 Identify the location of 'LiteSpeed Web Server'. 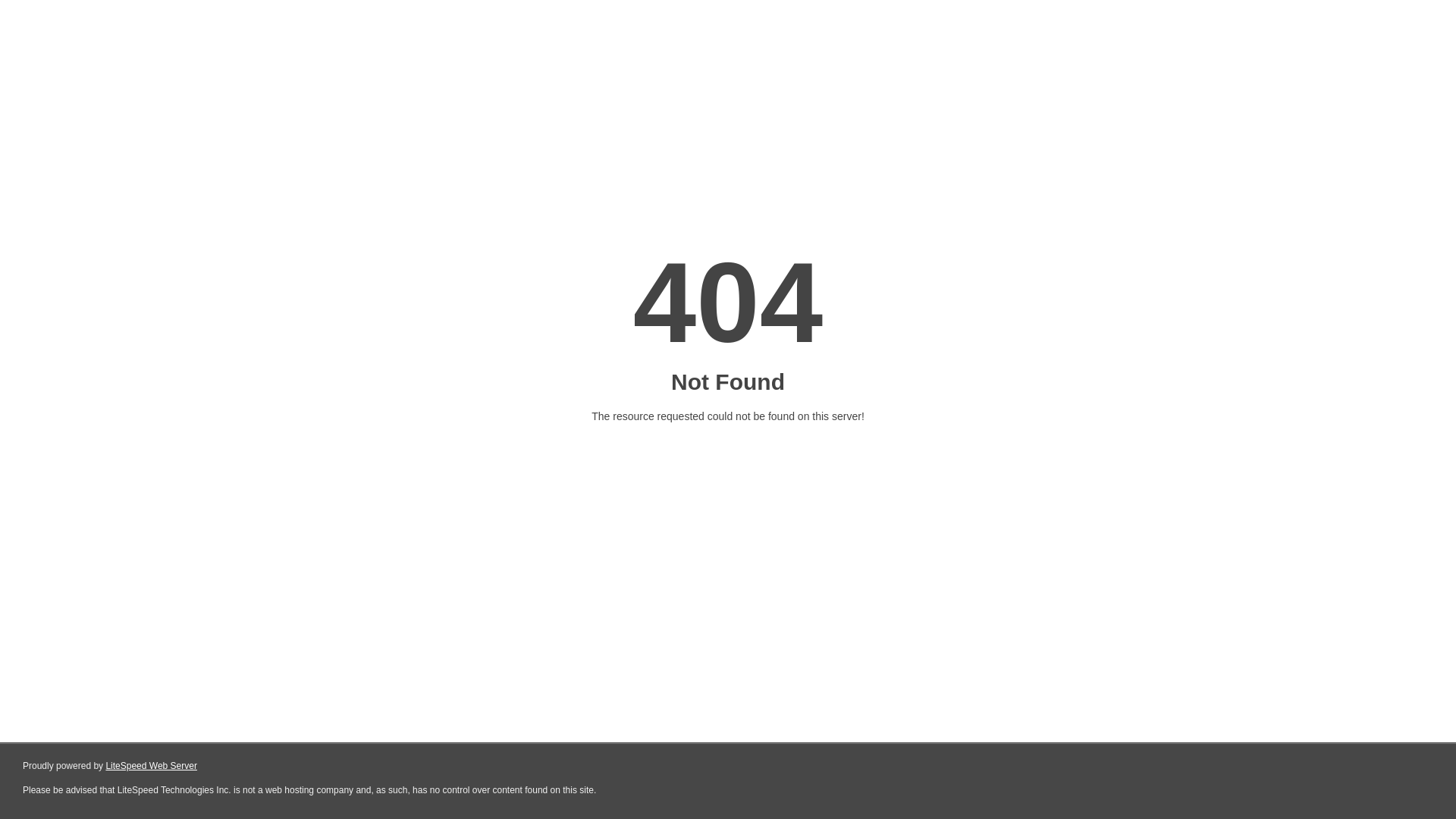
(151, 766).